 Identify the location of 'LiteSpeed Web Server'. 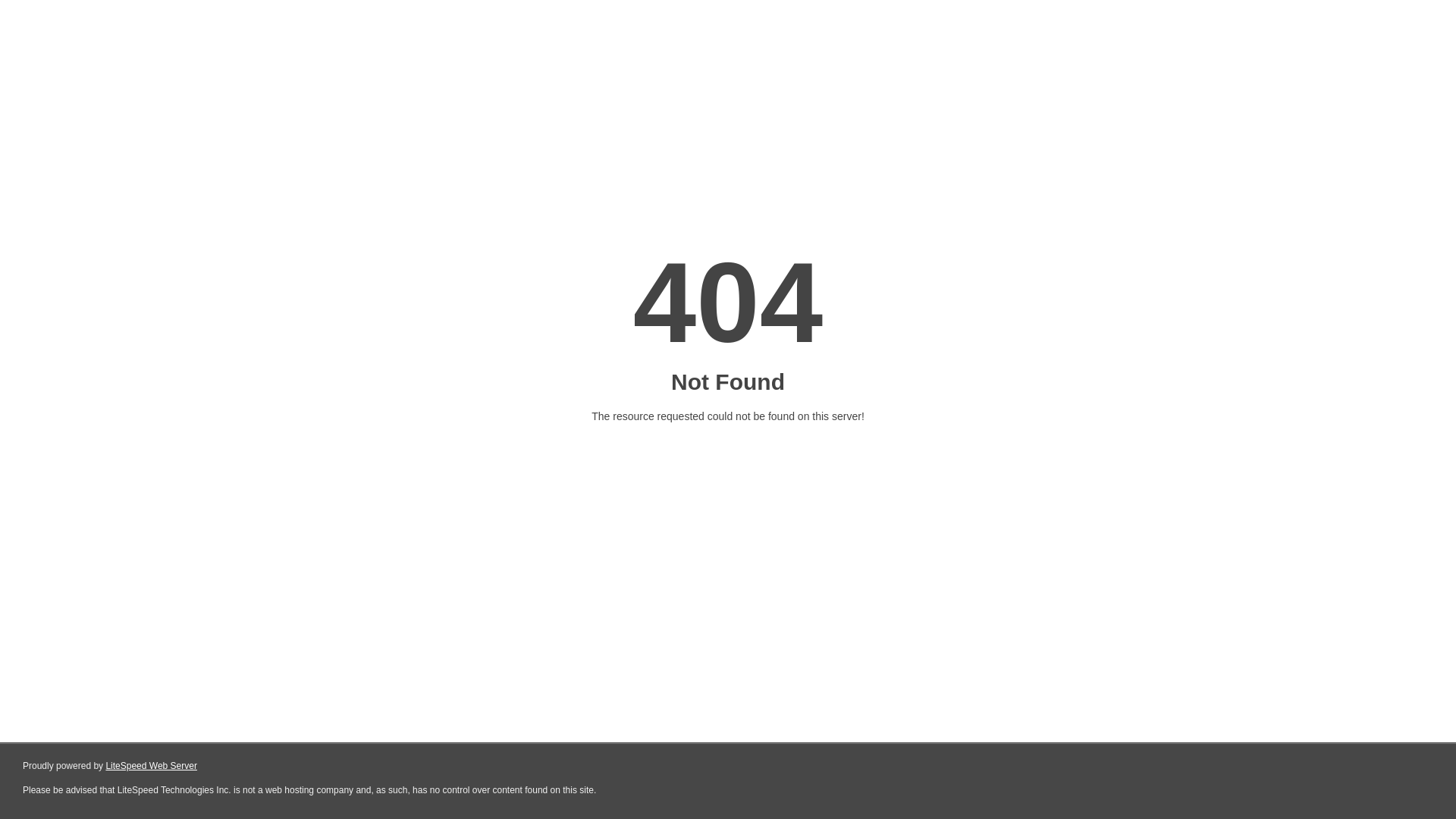
(151, 766).